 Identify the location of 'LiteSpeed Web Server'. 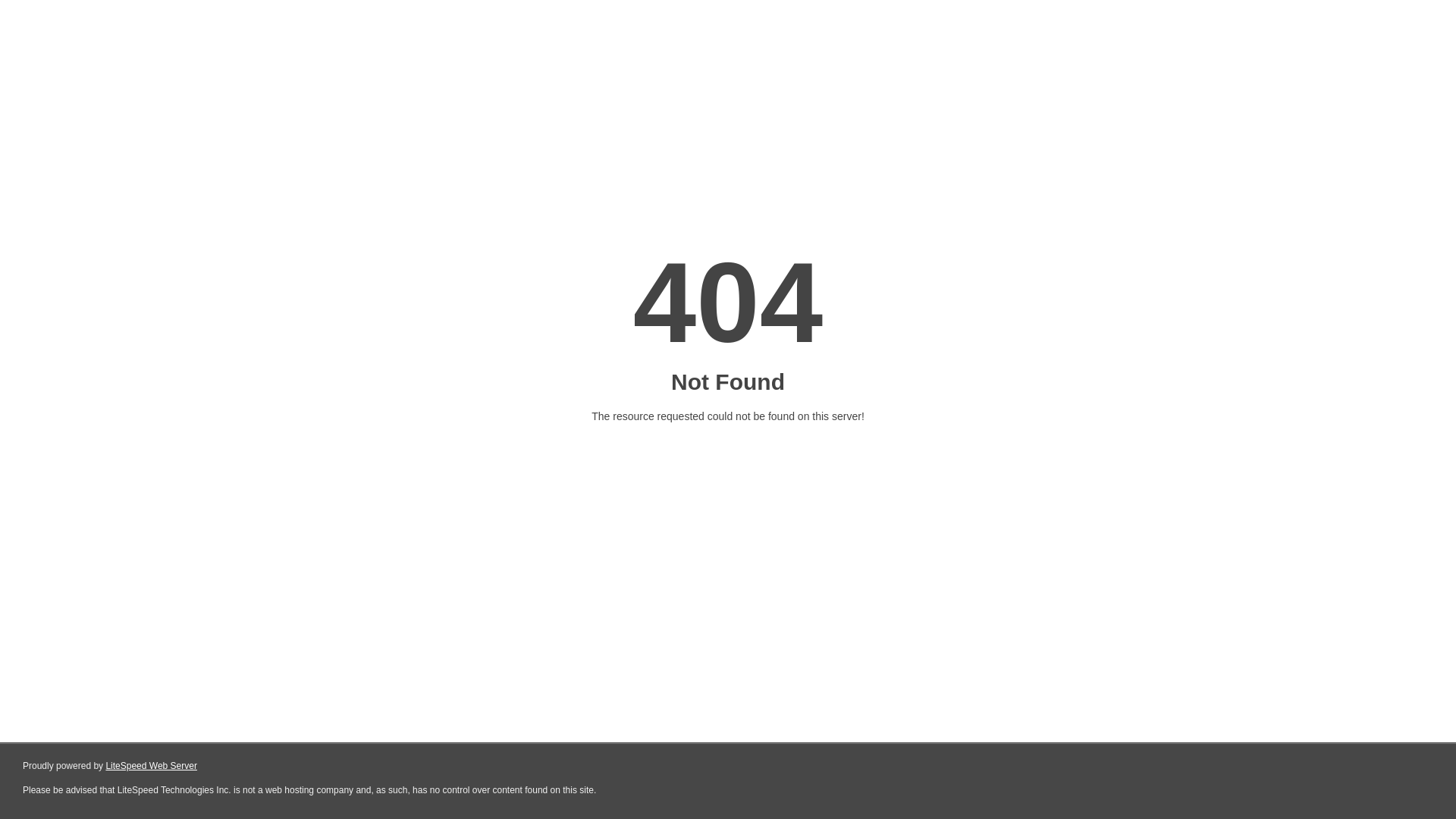
(151, 766).